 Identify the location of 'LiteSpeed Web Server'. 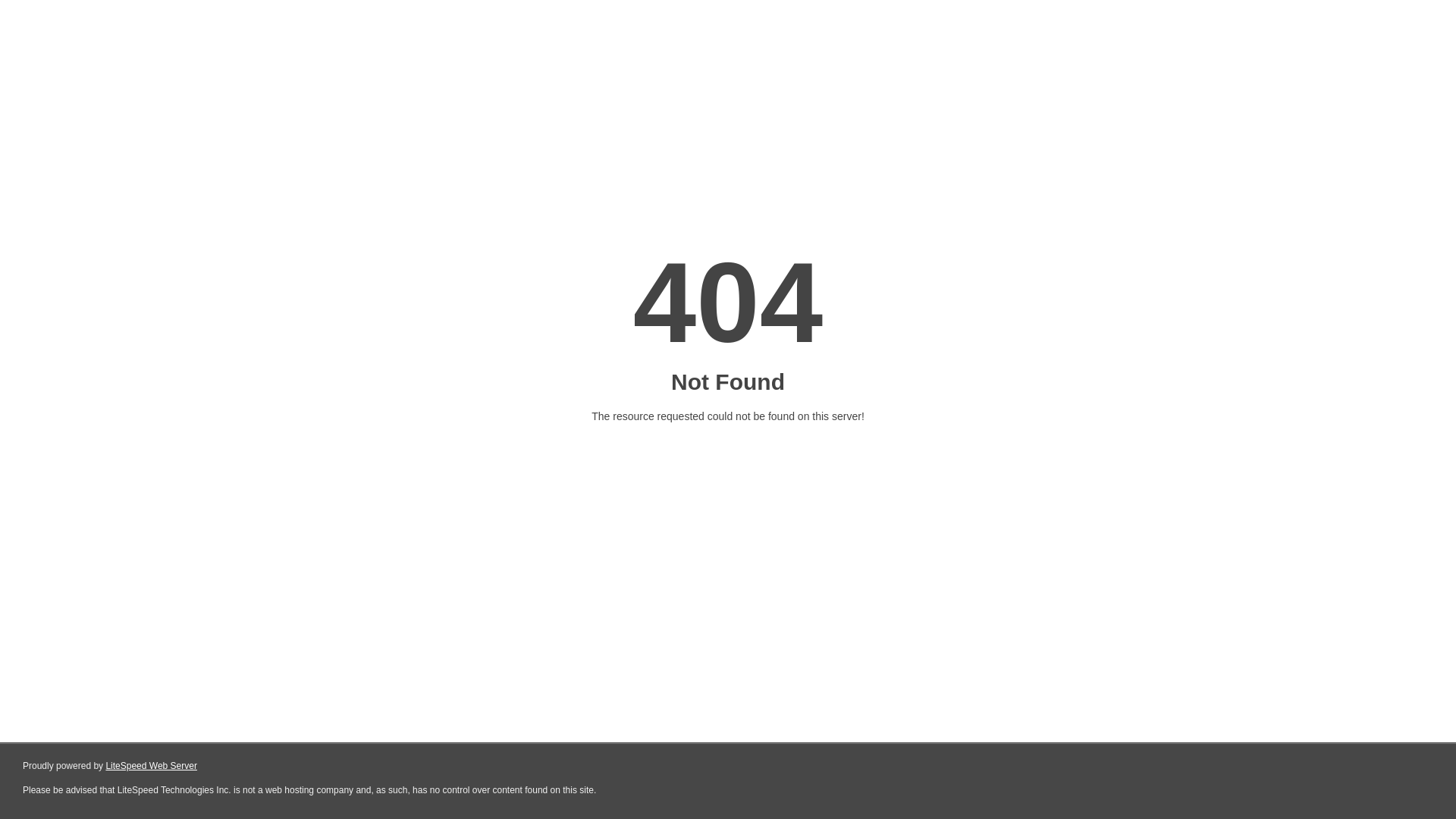
(151, 766).